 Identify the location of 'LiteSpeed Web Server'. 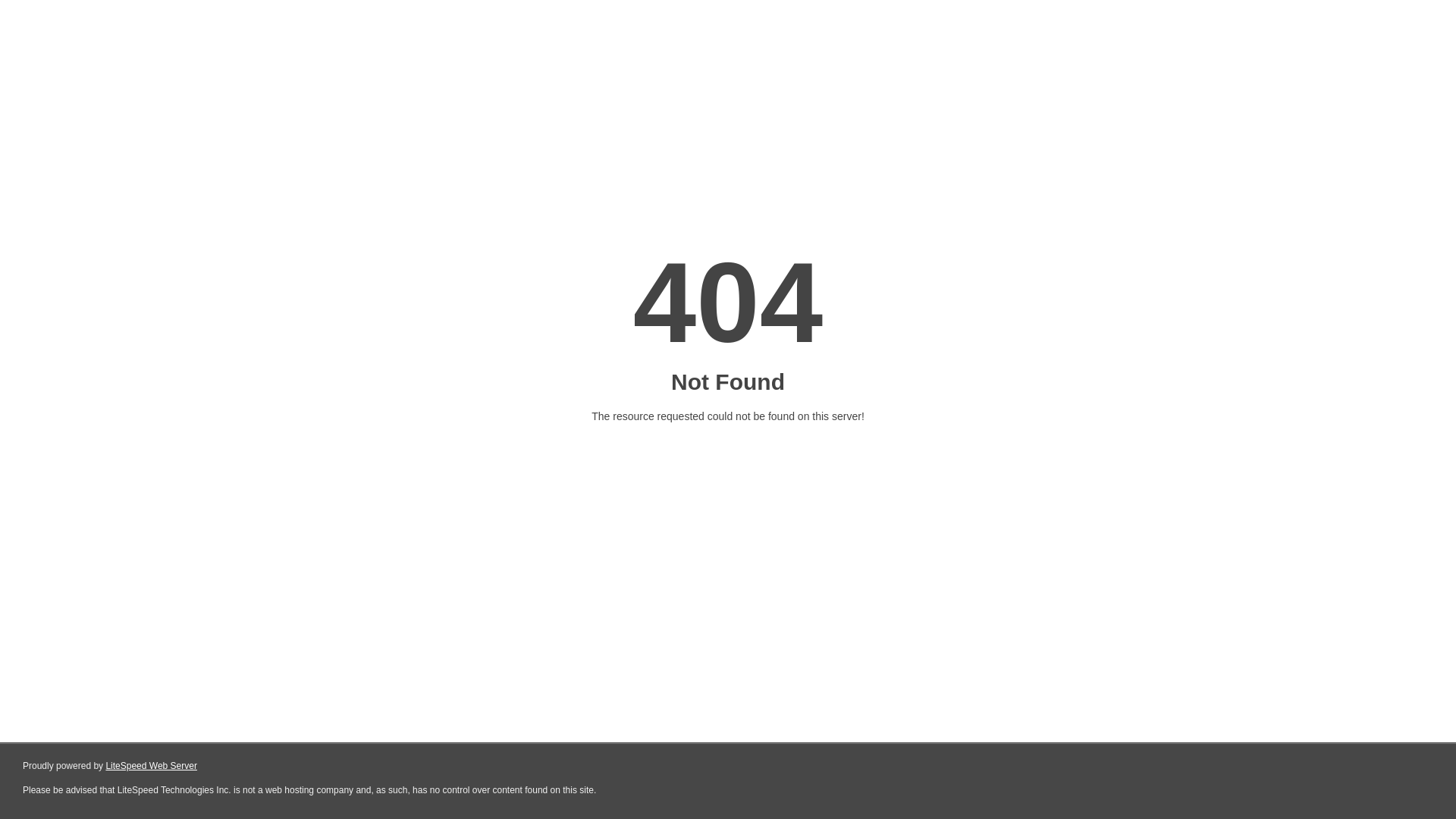
(151, 766).